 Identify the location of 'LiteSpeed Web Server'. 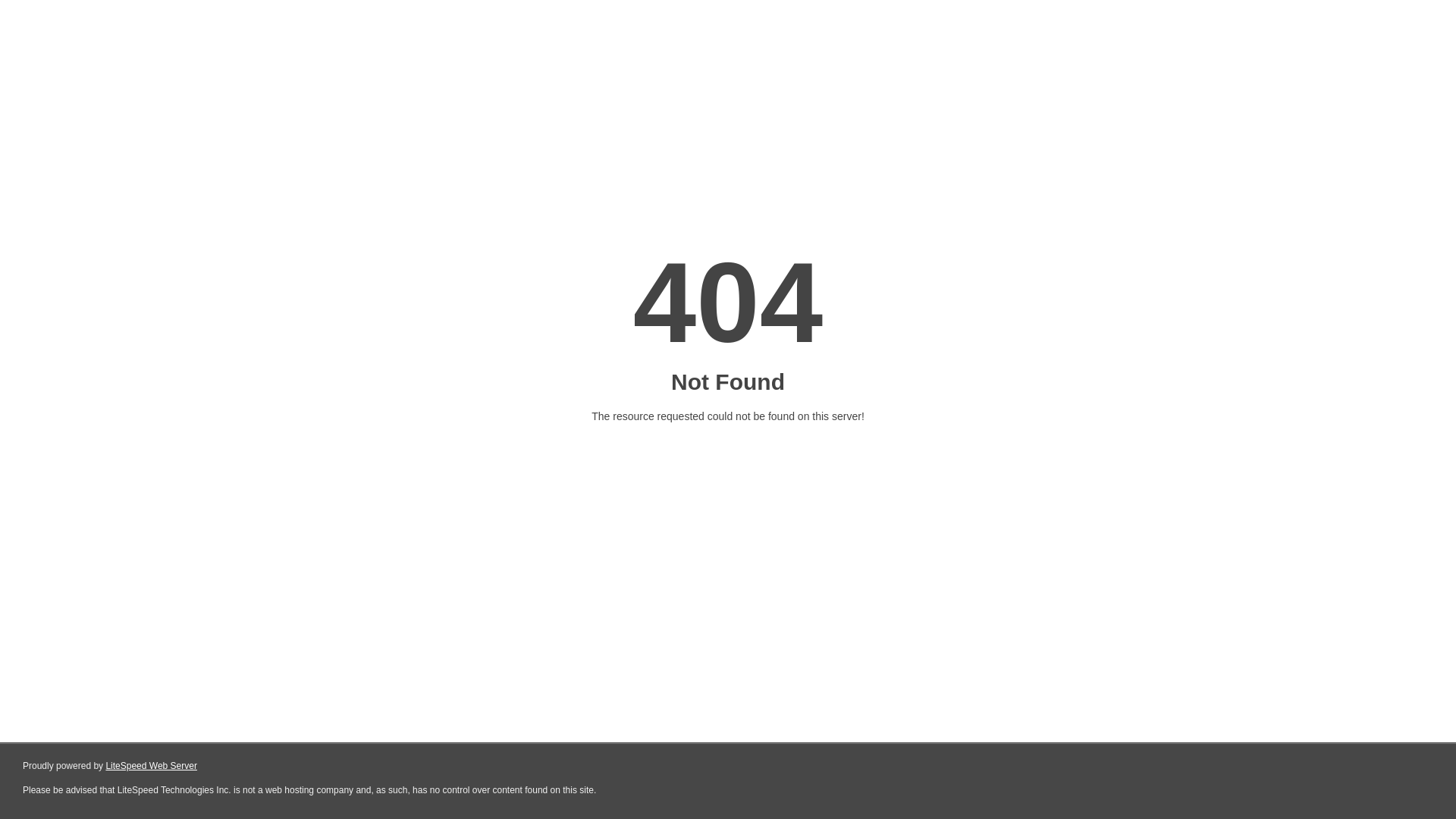
(151, 766).